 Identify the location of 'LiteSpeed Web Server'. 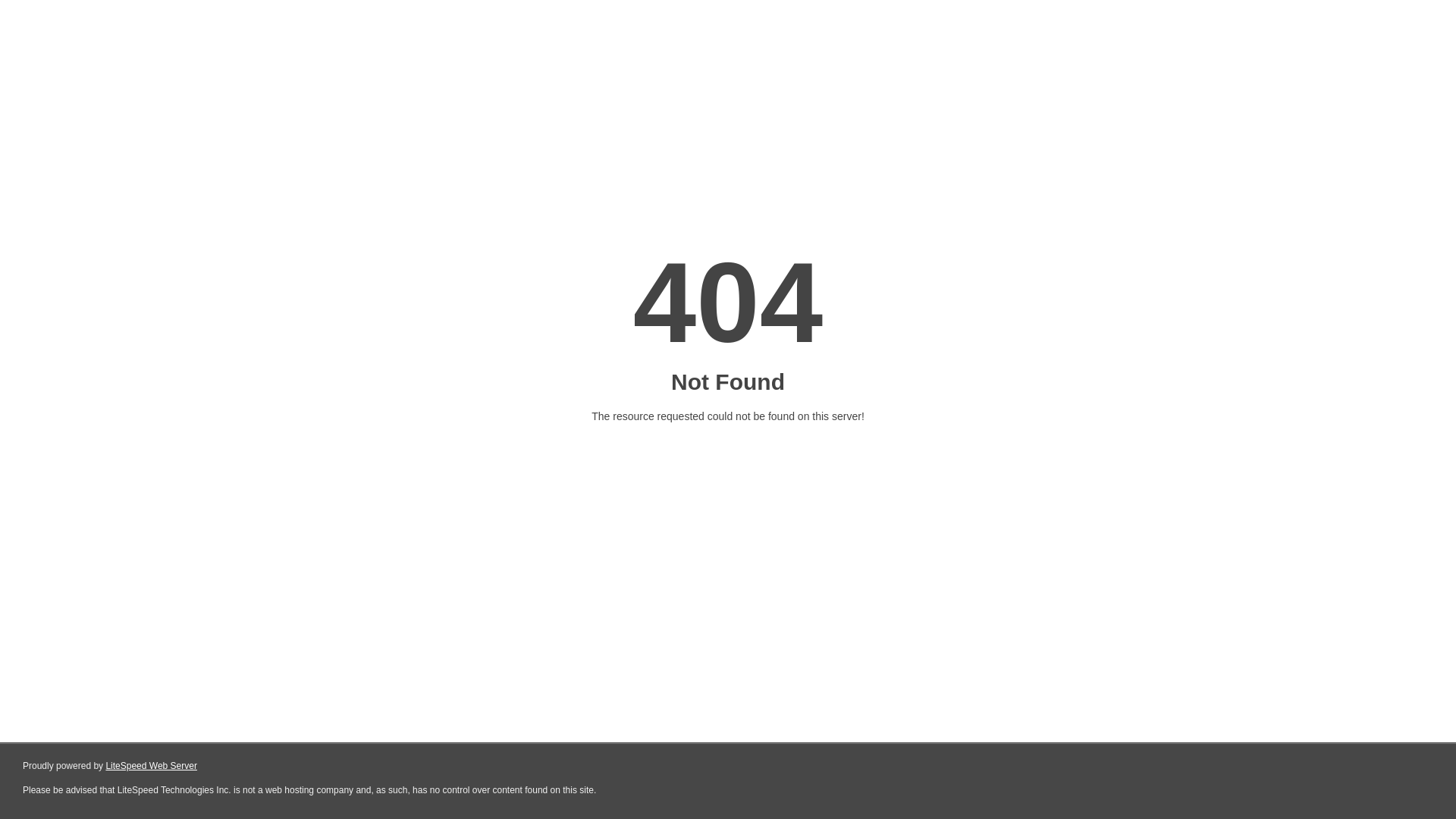
(151, 766).